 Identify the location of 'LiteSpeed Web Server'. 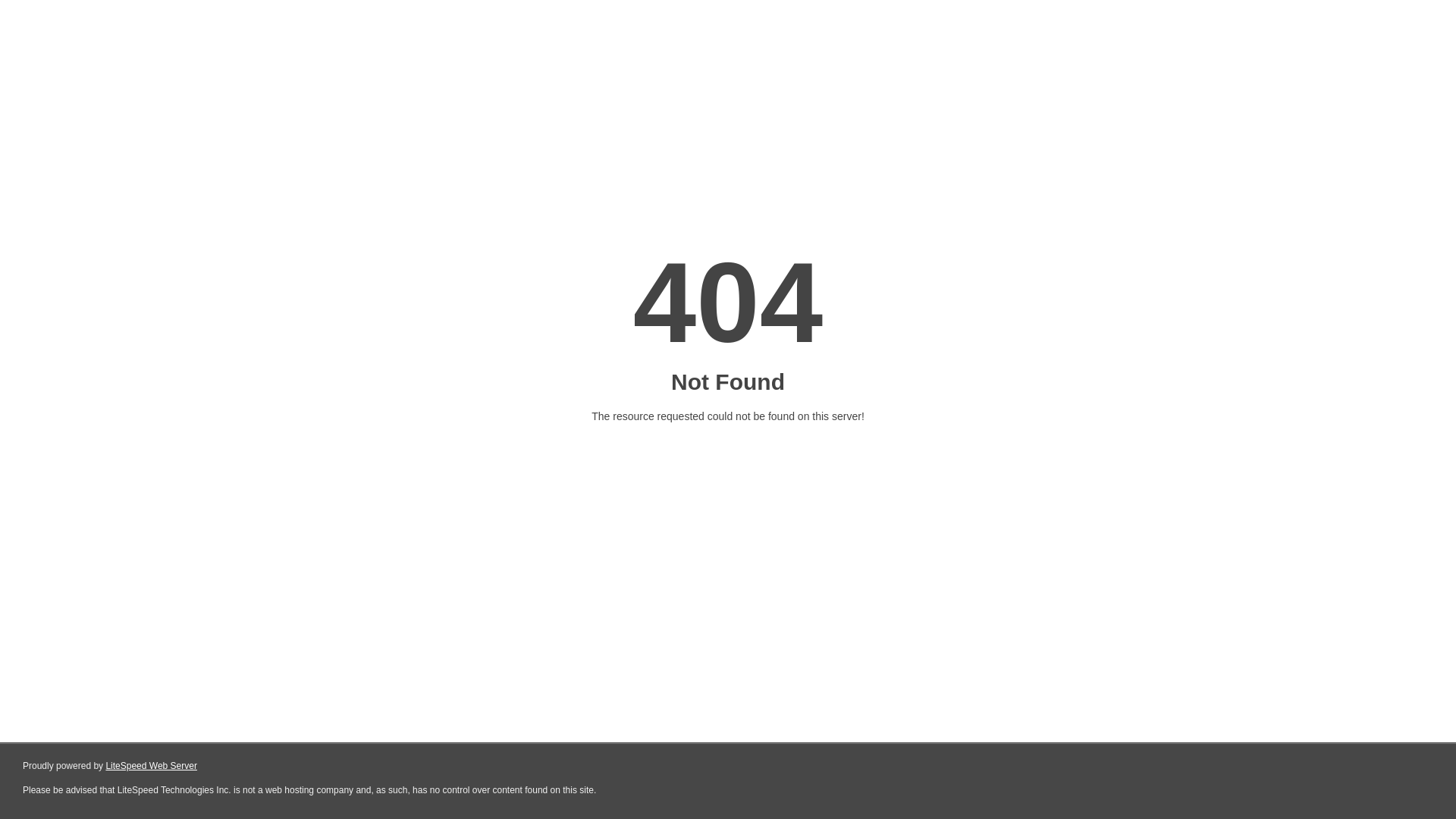
(151, 766).